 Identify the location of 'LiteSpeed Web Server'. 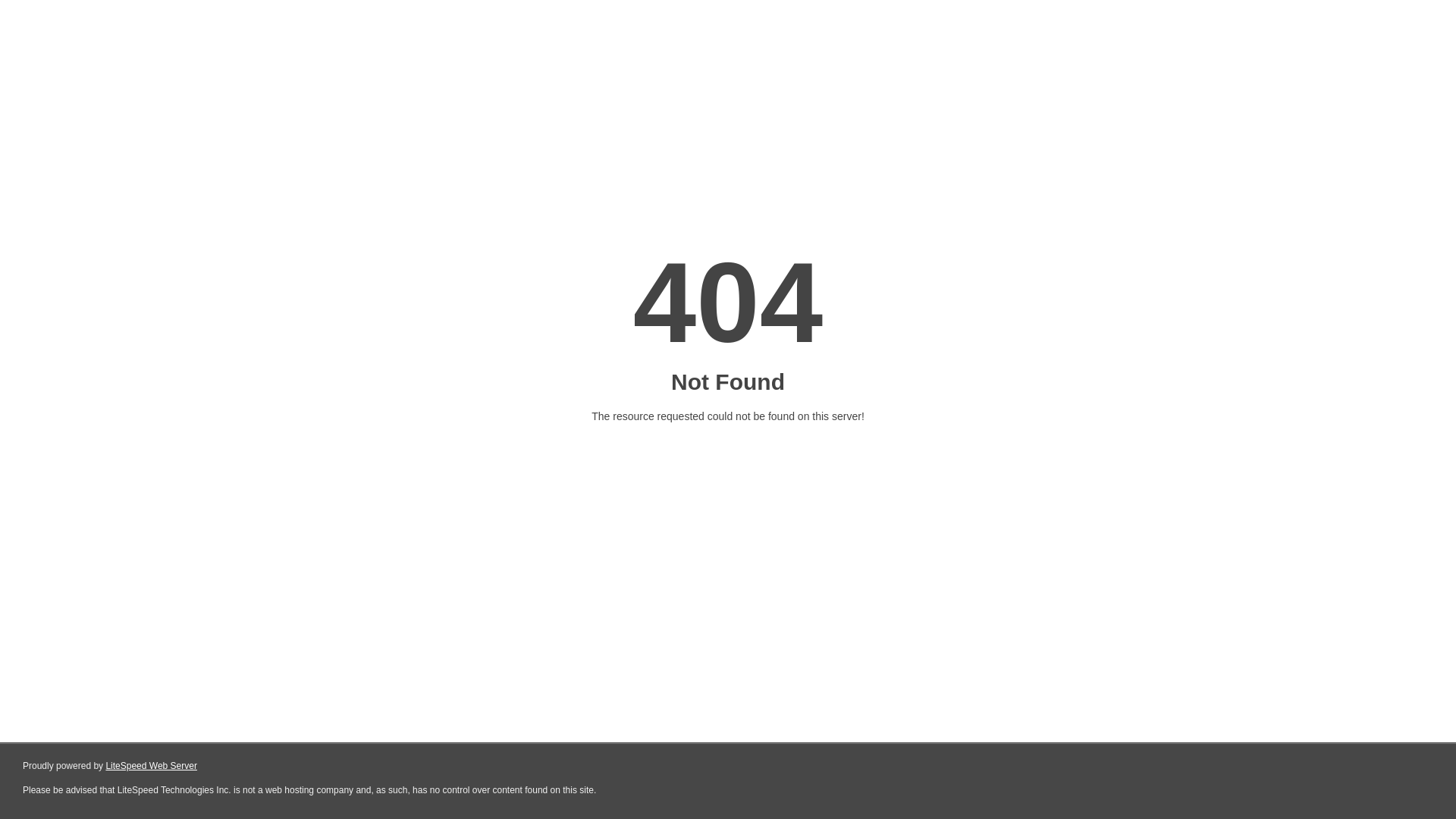
(151, 766).